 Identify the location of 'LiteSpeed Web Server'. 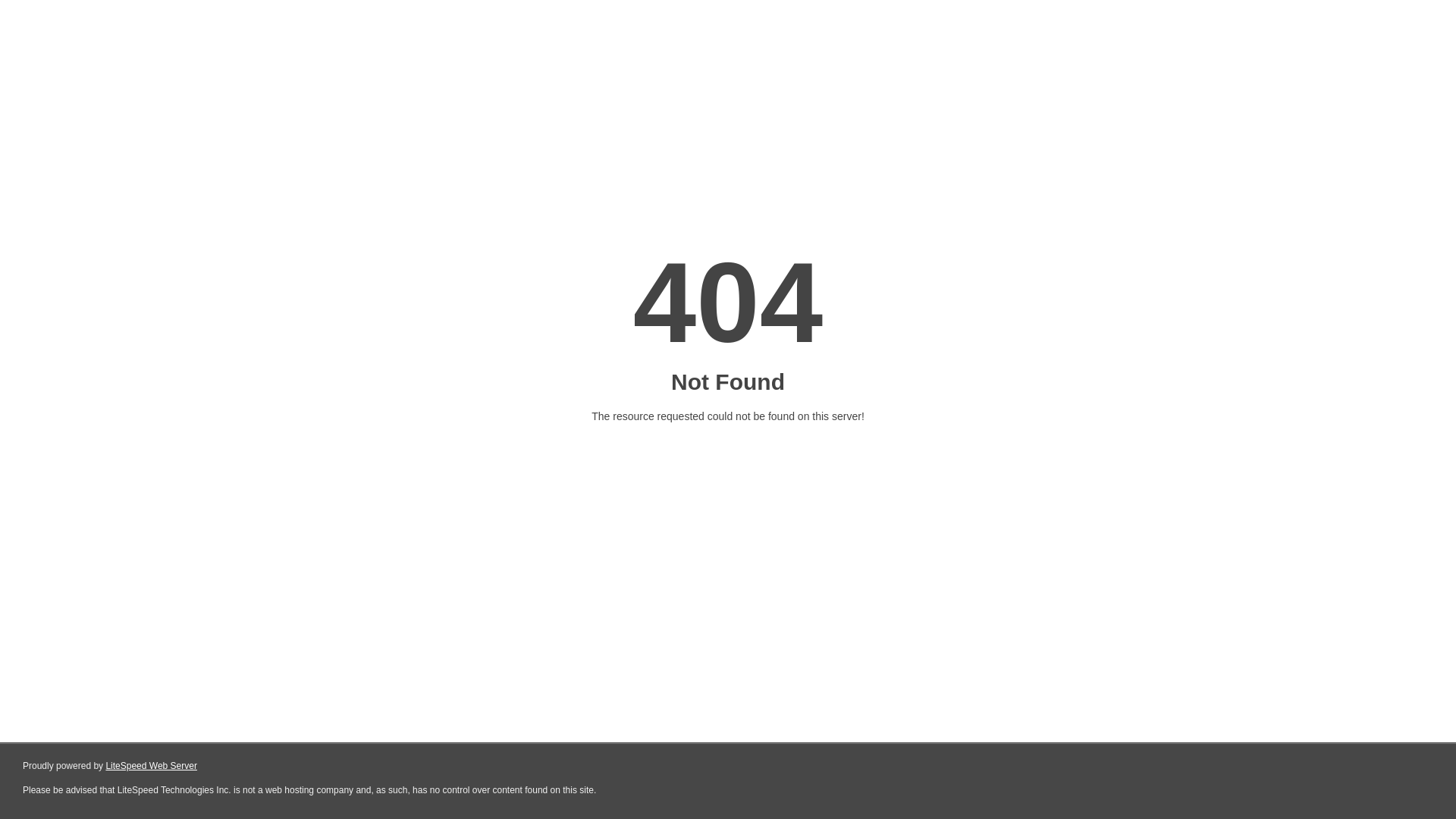
(151, 766).